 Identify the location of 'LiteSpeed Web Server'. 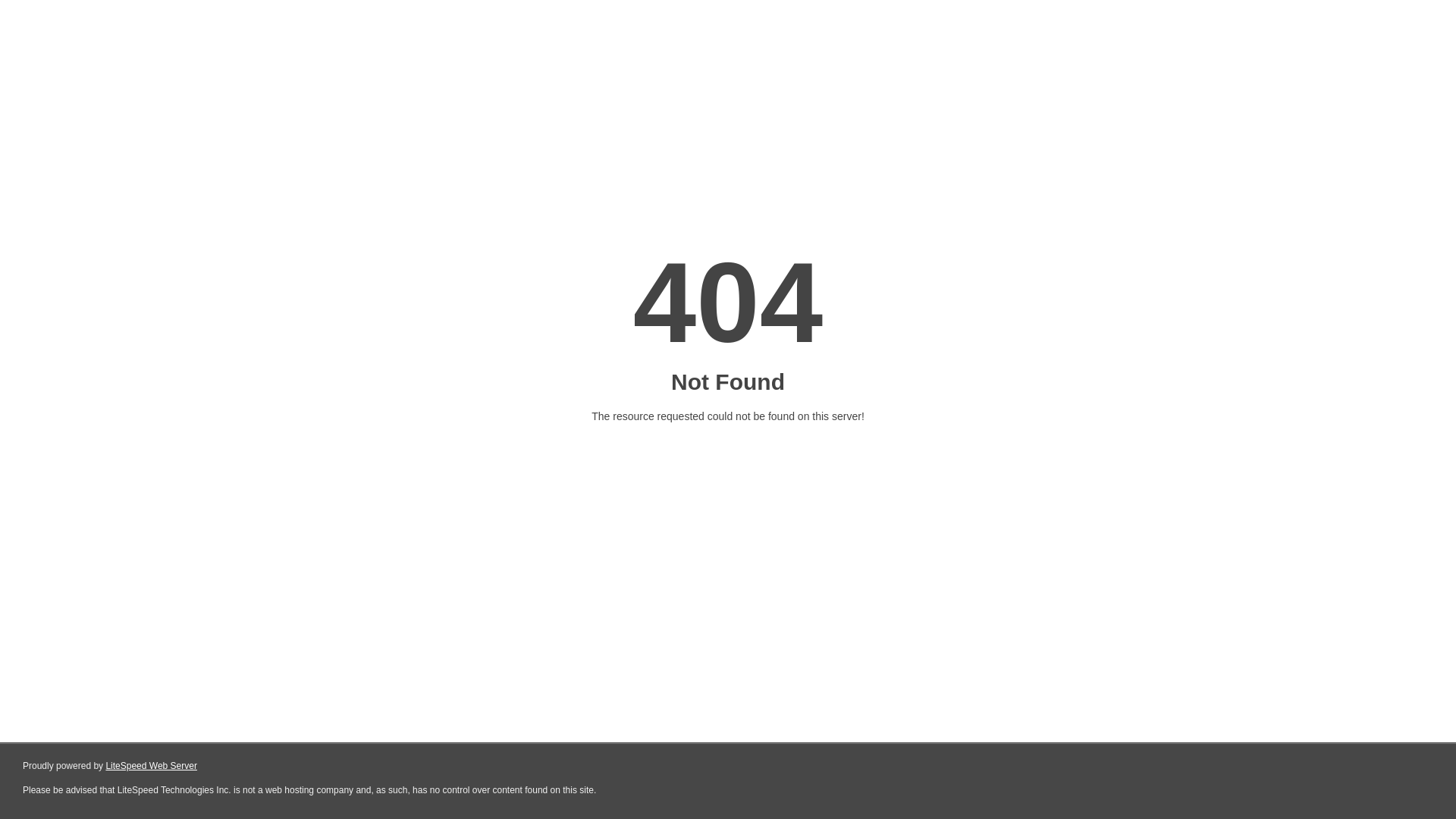
(151, 766).